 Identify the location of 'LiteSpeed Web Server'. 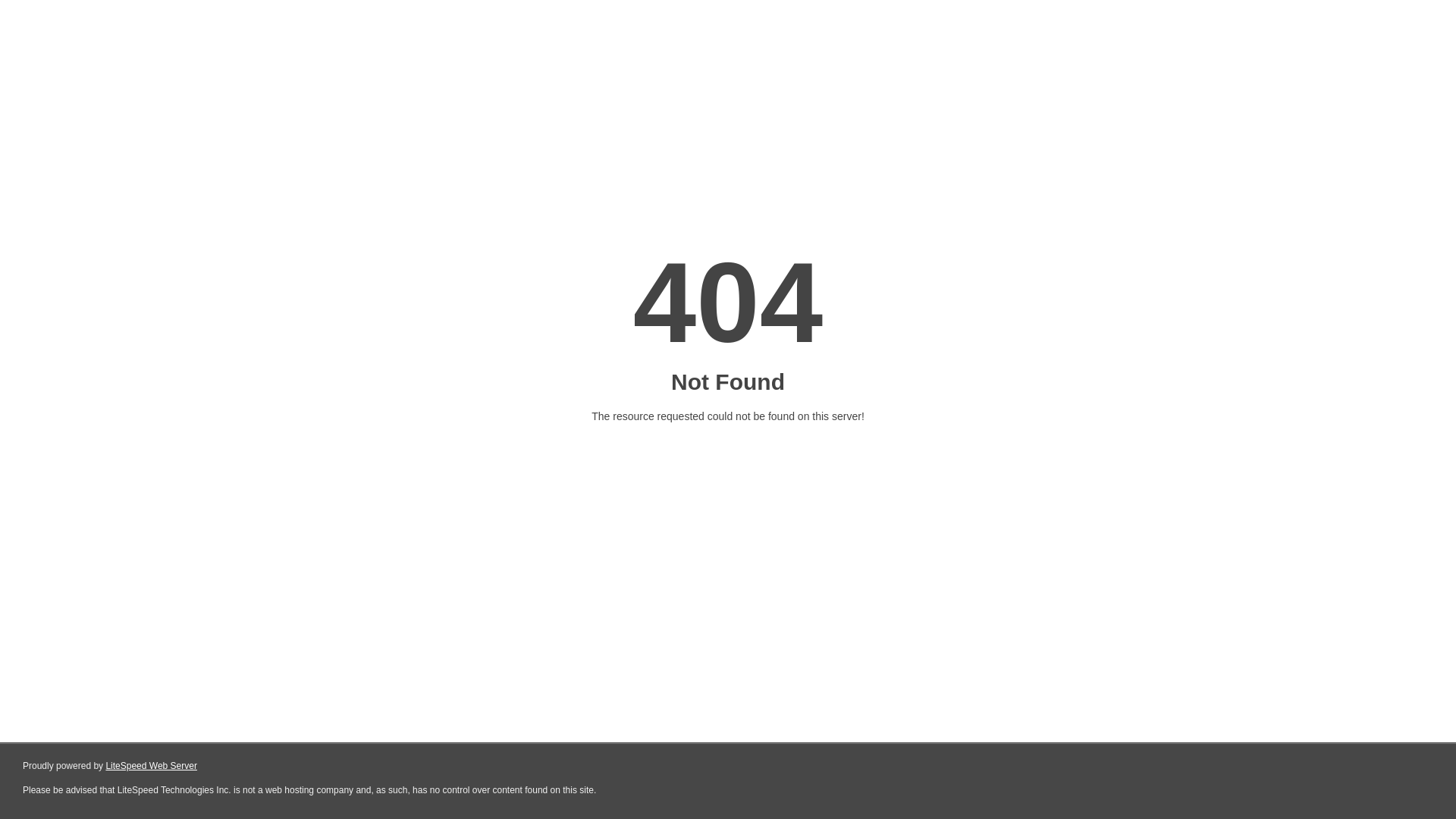
(151, 766).